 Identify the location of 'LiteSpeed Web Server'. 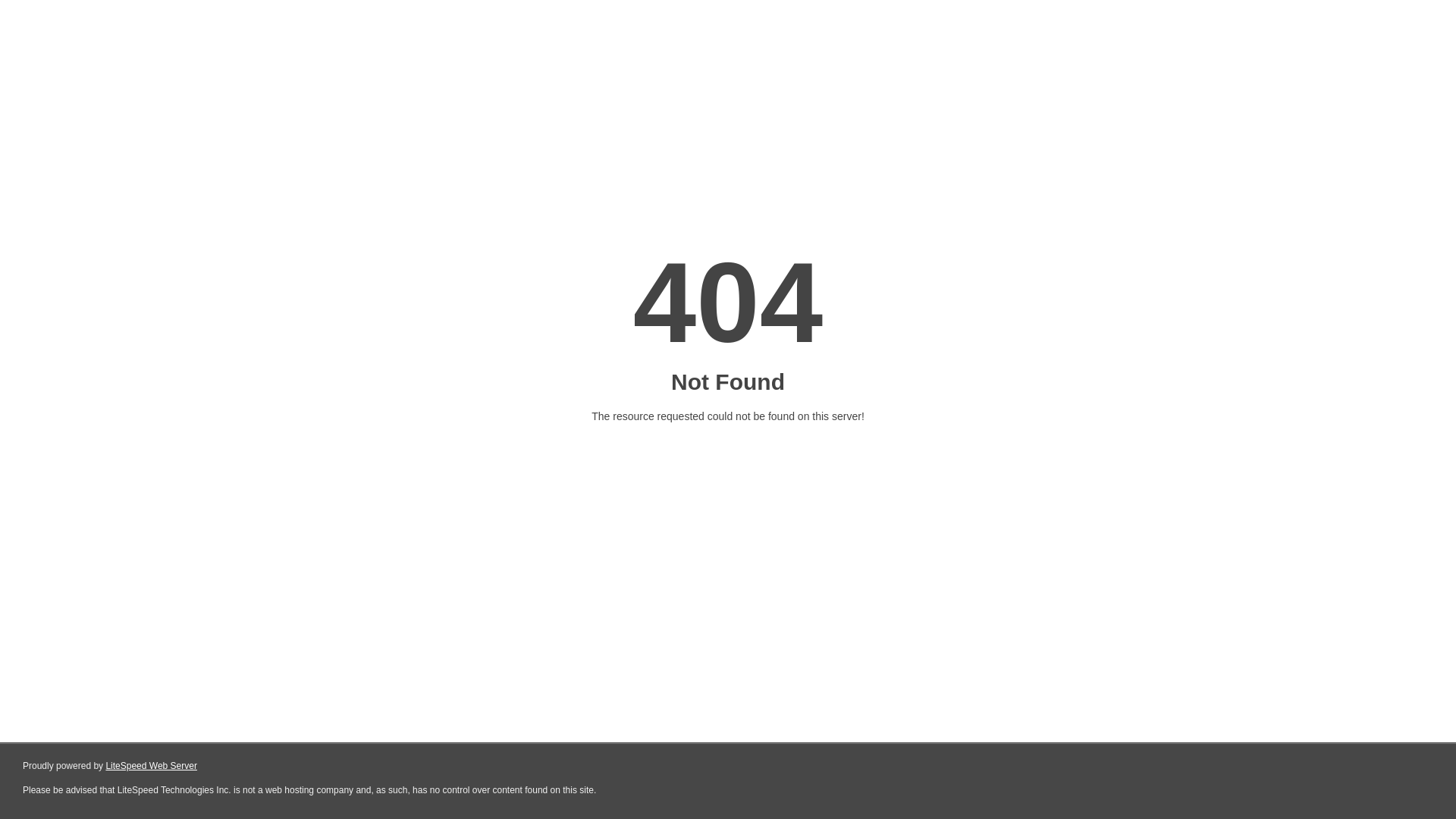
(151, 766).